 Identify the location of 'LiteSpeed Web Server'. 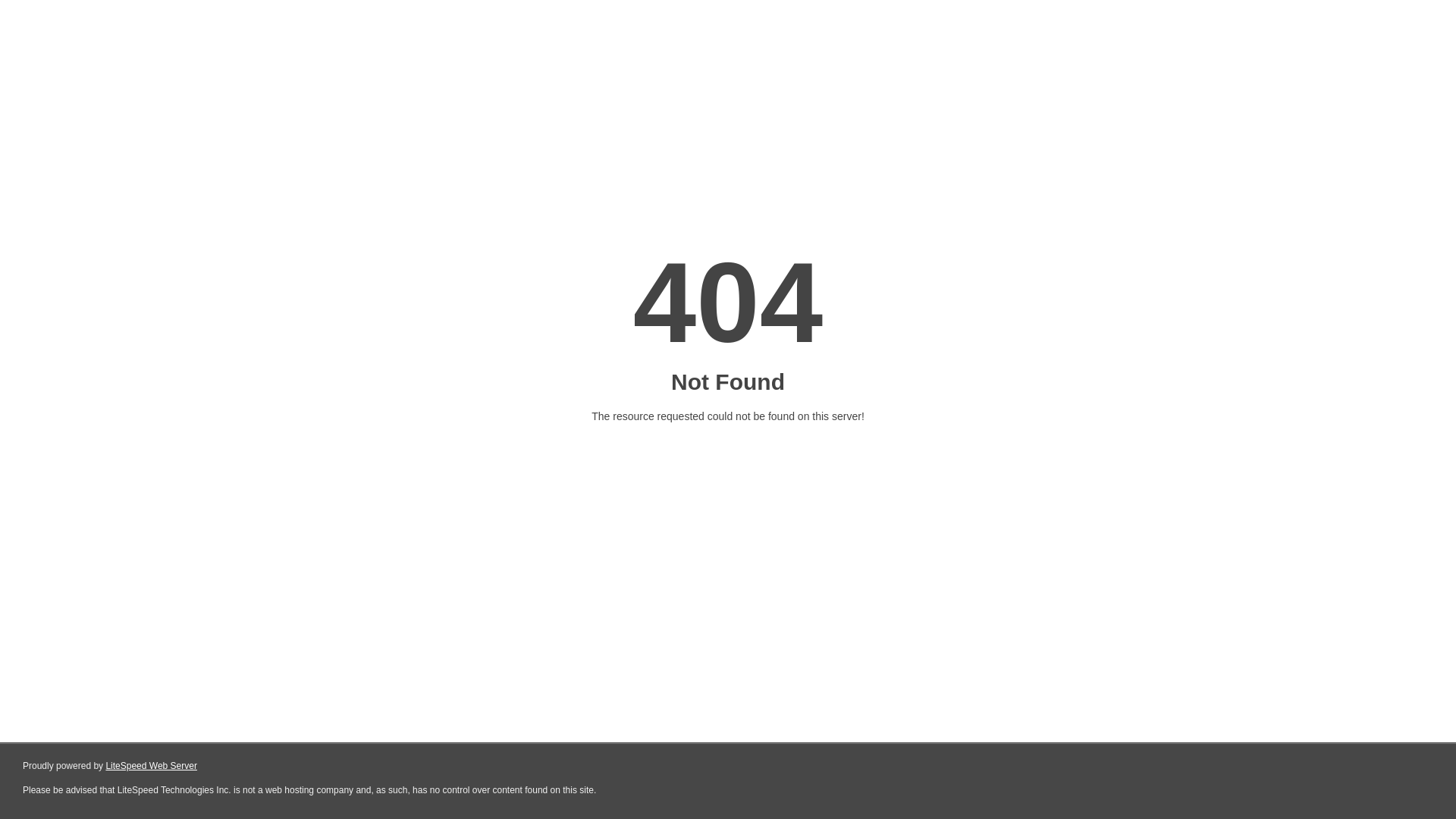
(151, 766).